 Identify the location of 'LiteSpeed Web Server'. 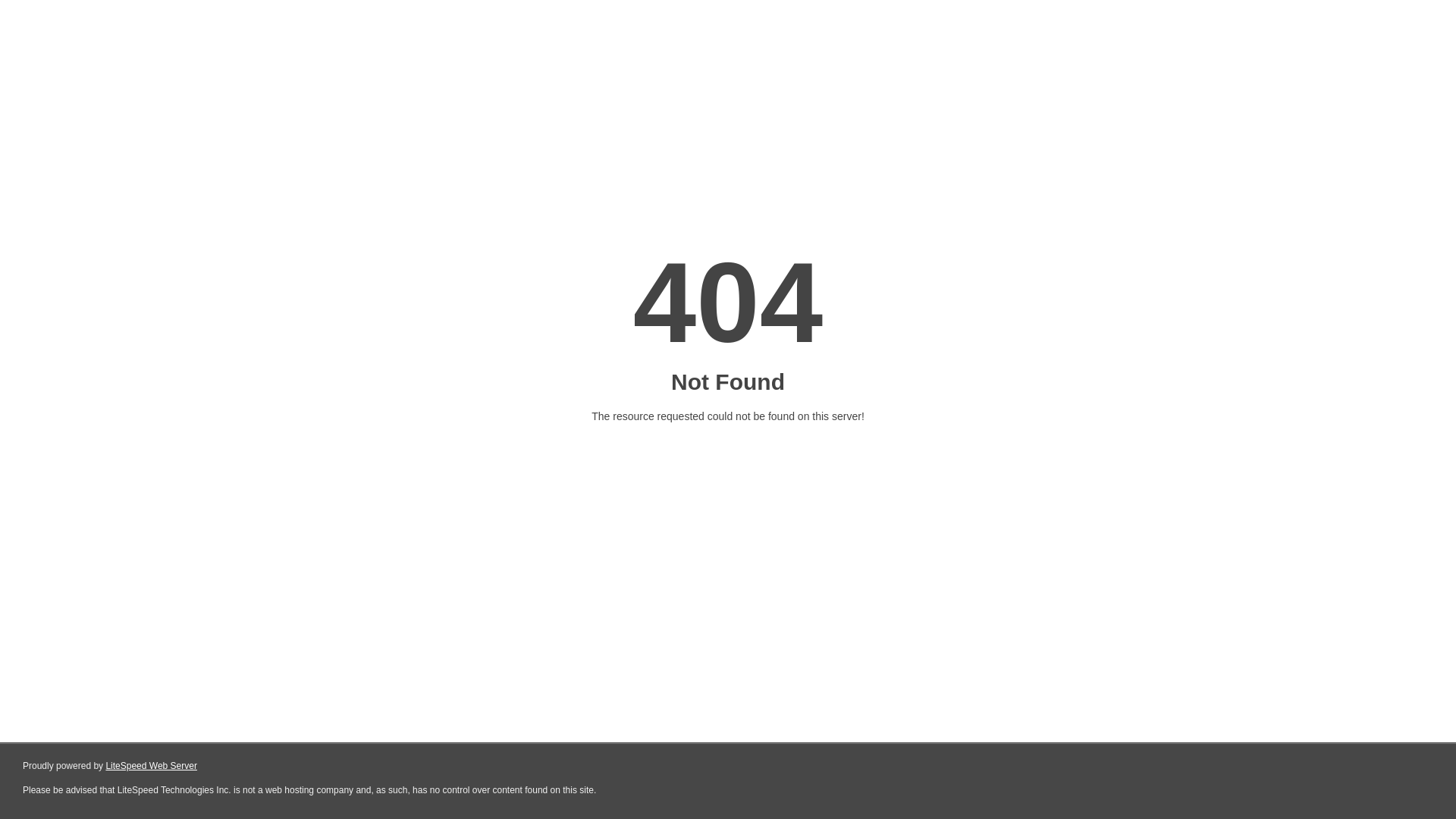
(151, 766).